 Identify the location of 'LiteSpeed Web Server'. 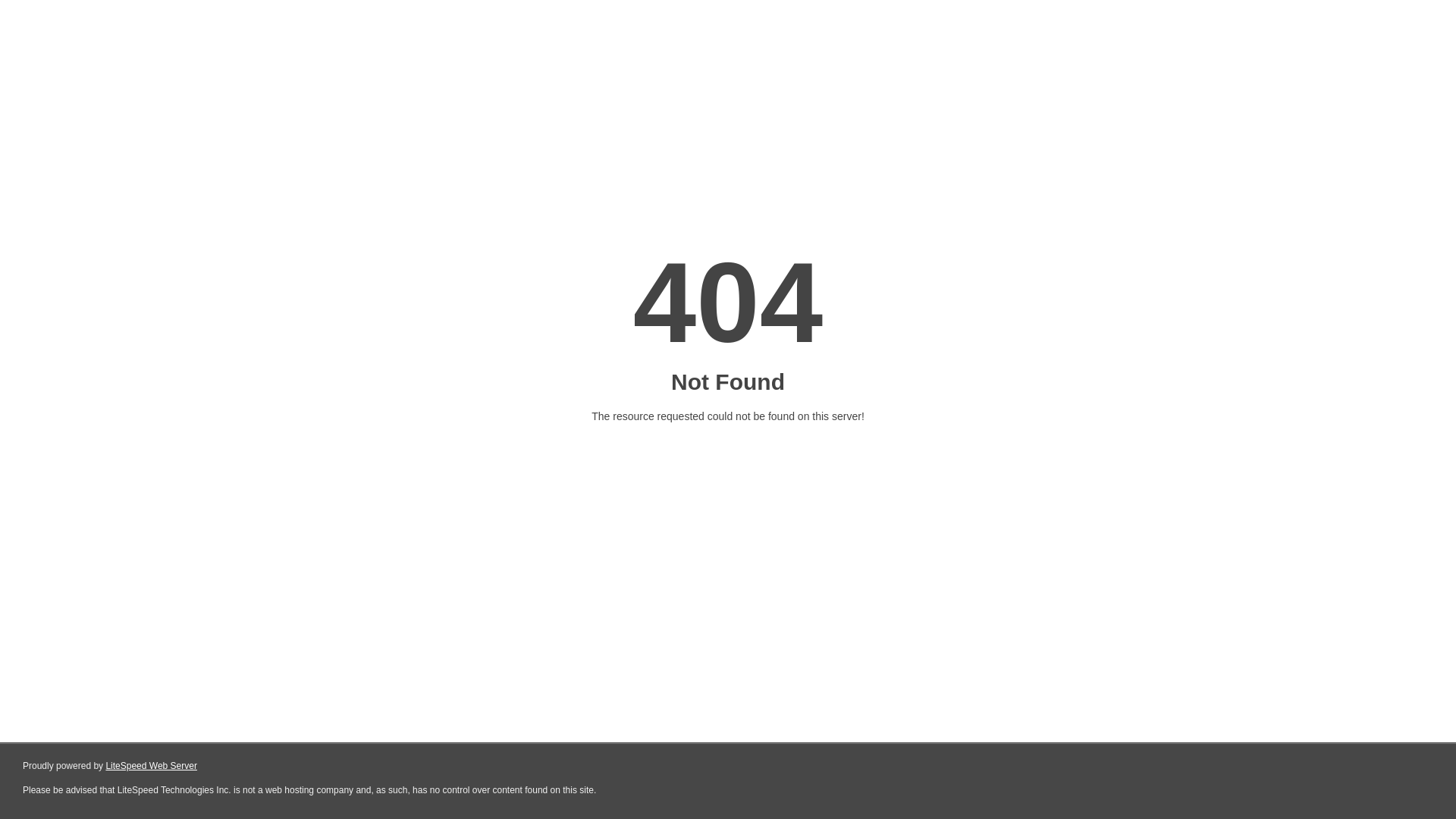
(151, 766).